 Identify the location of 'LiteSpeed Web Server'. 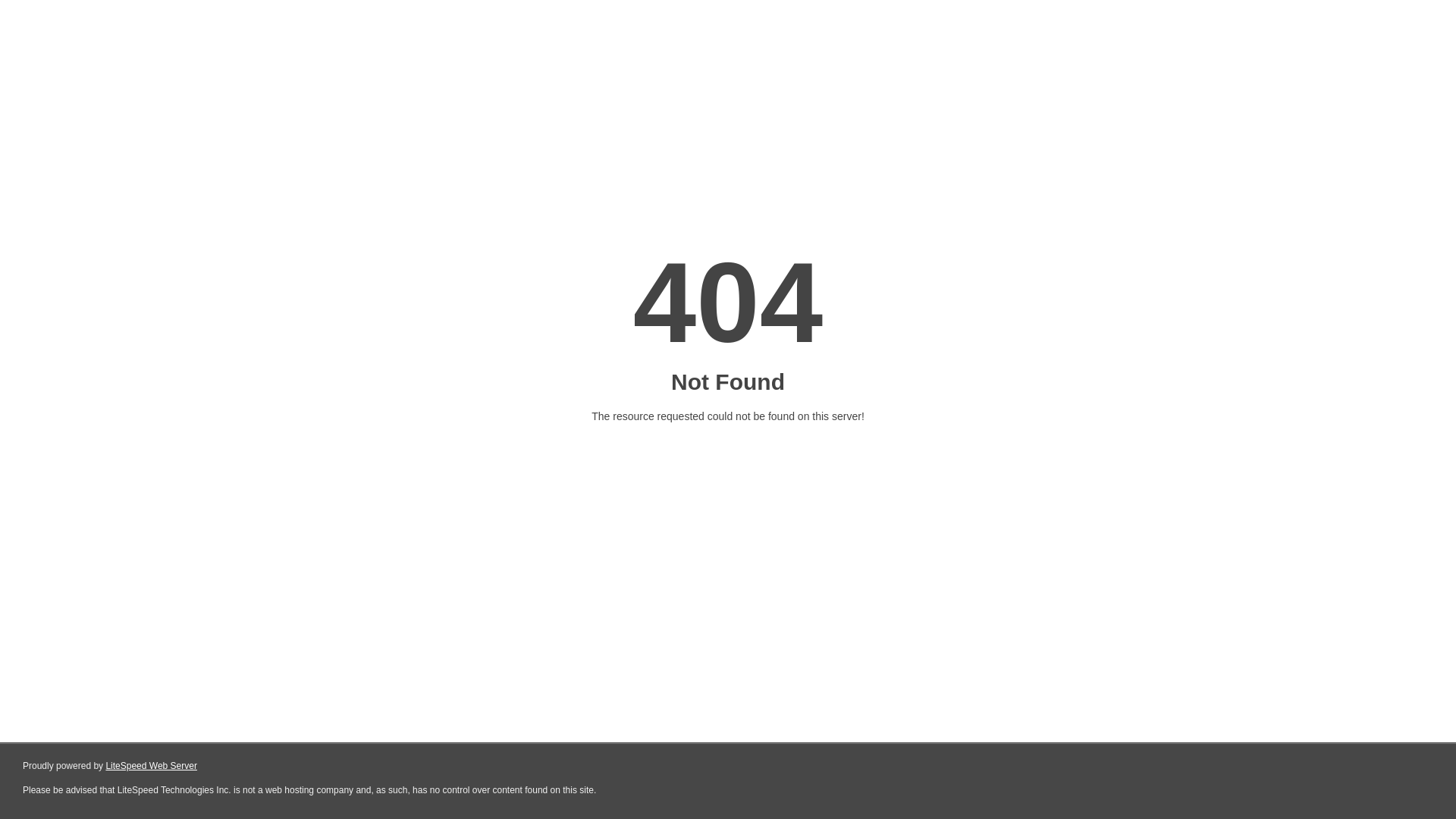
(151, 766).